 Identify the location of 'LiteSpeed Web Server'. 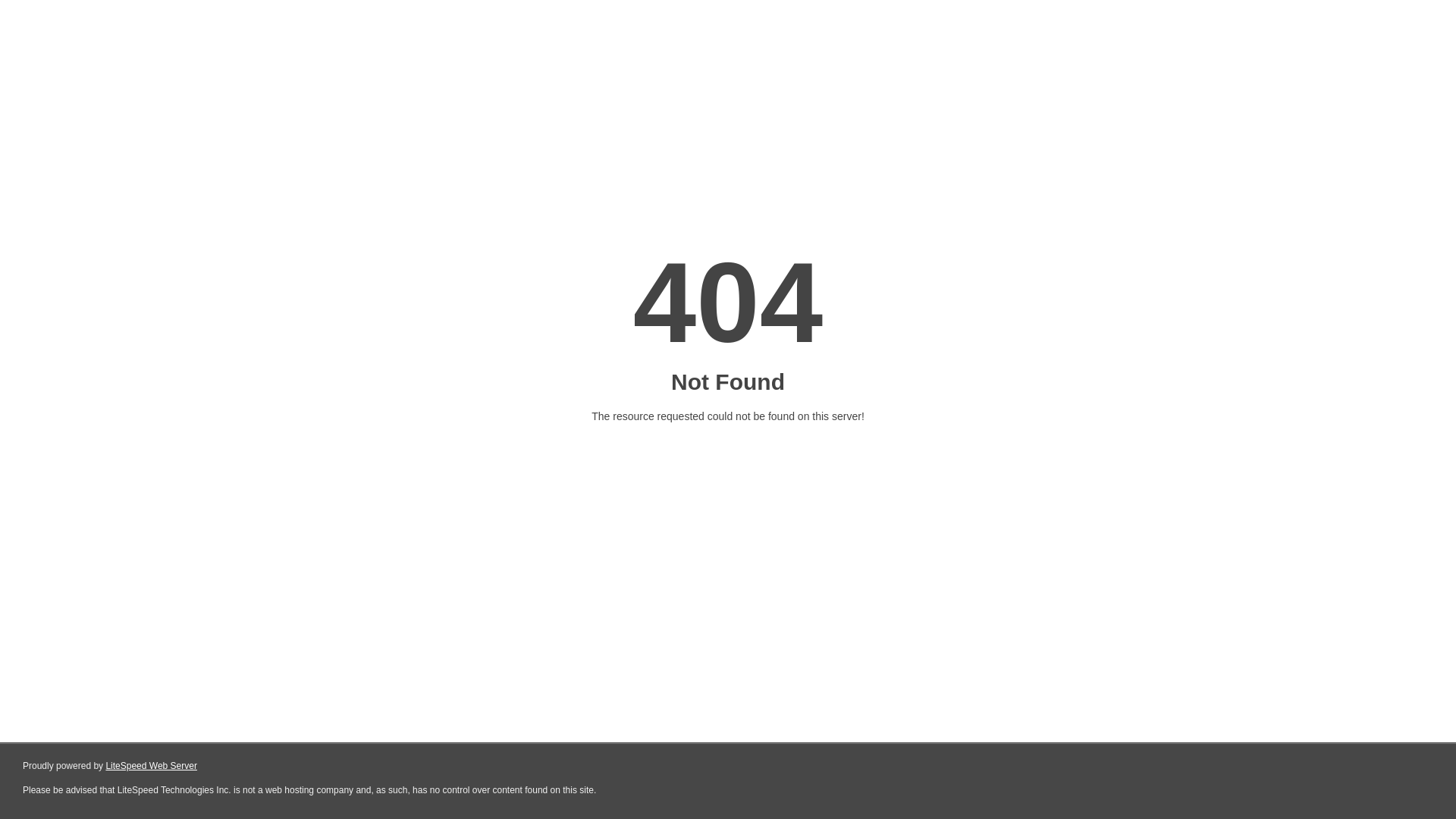
(151, 766).